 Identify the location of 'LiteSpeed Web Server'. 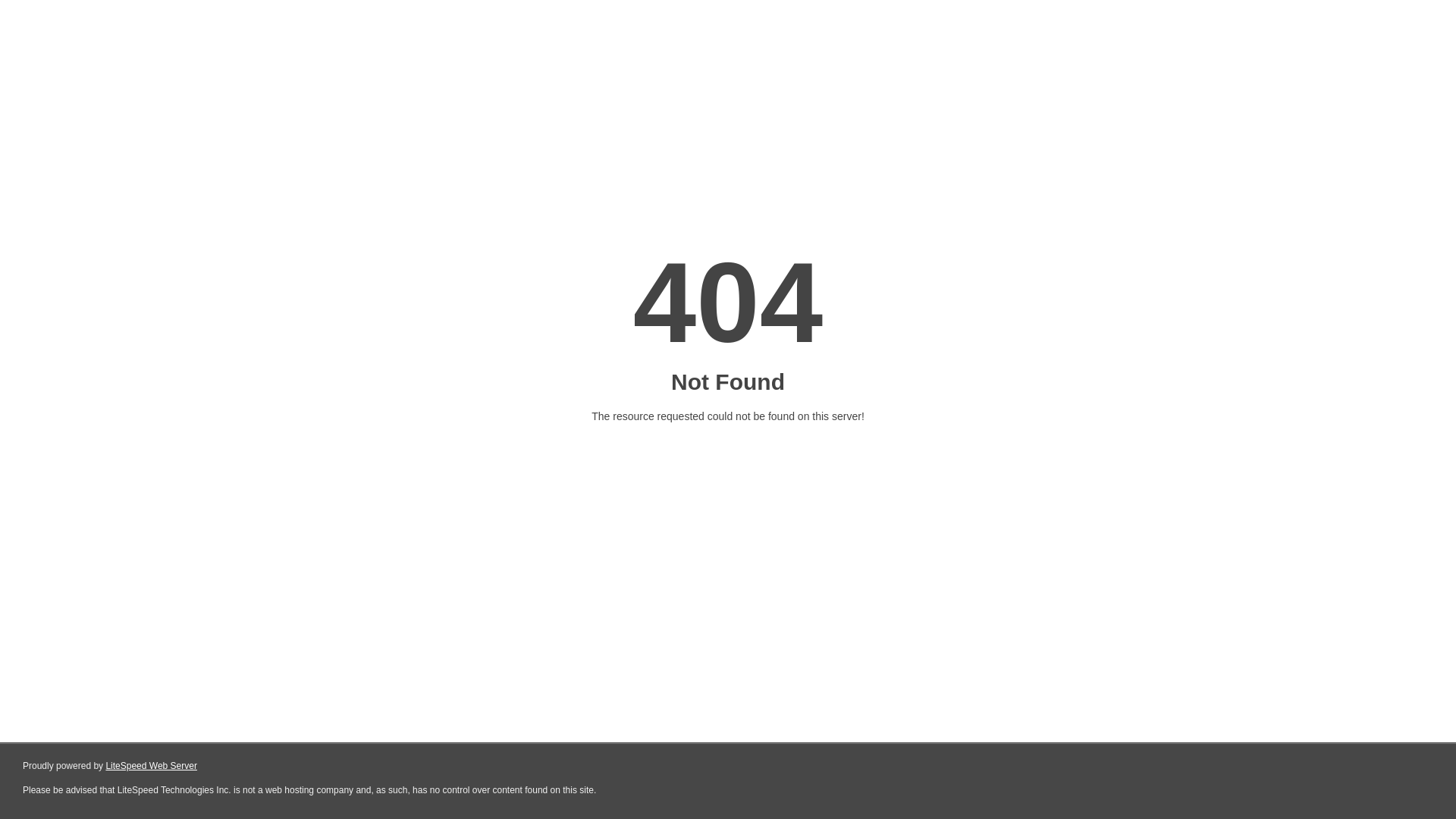
(151, 766).